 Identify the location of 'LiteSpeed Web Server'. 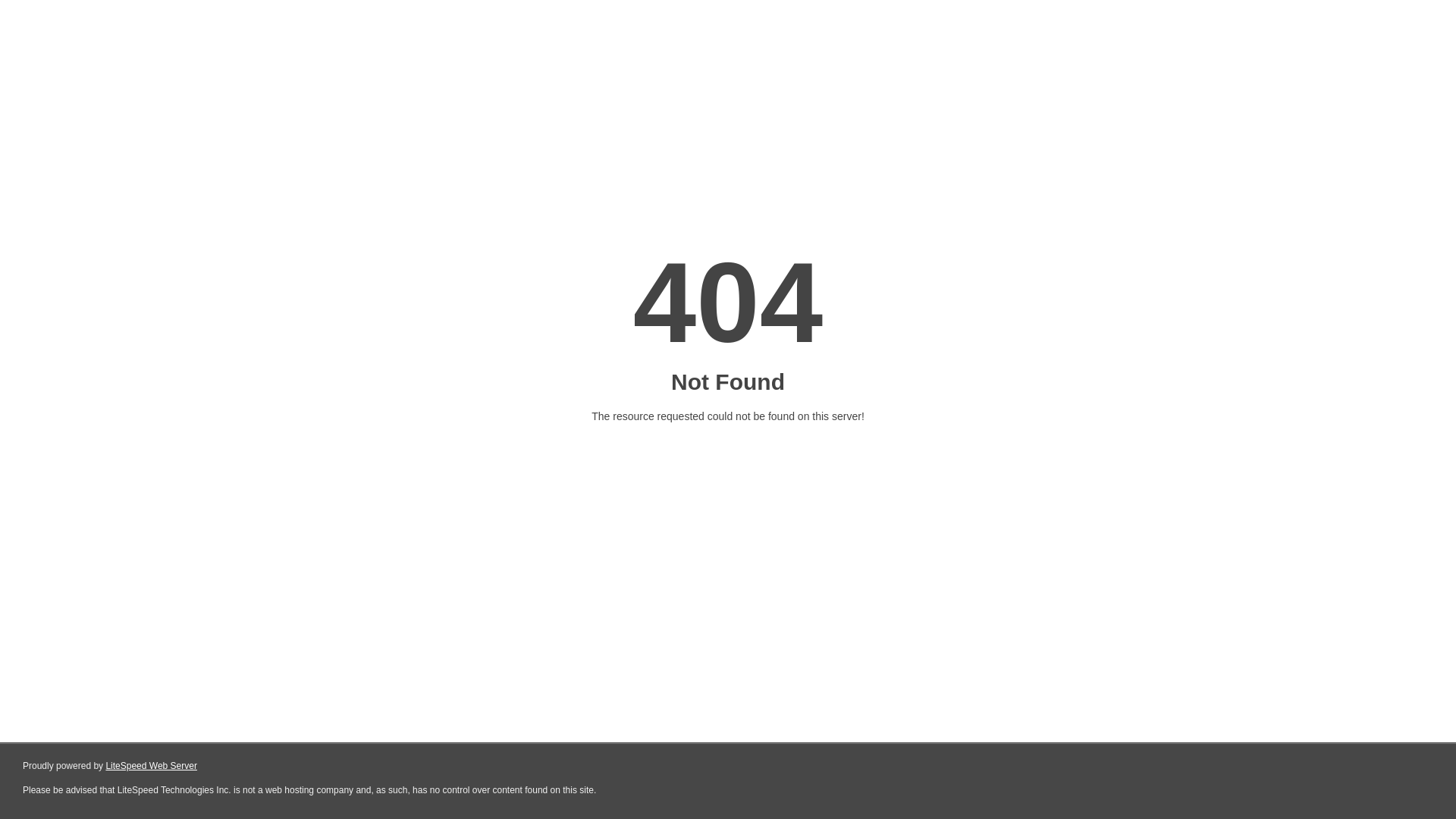
(151, 766).